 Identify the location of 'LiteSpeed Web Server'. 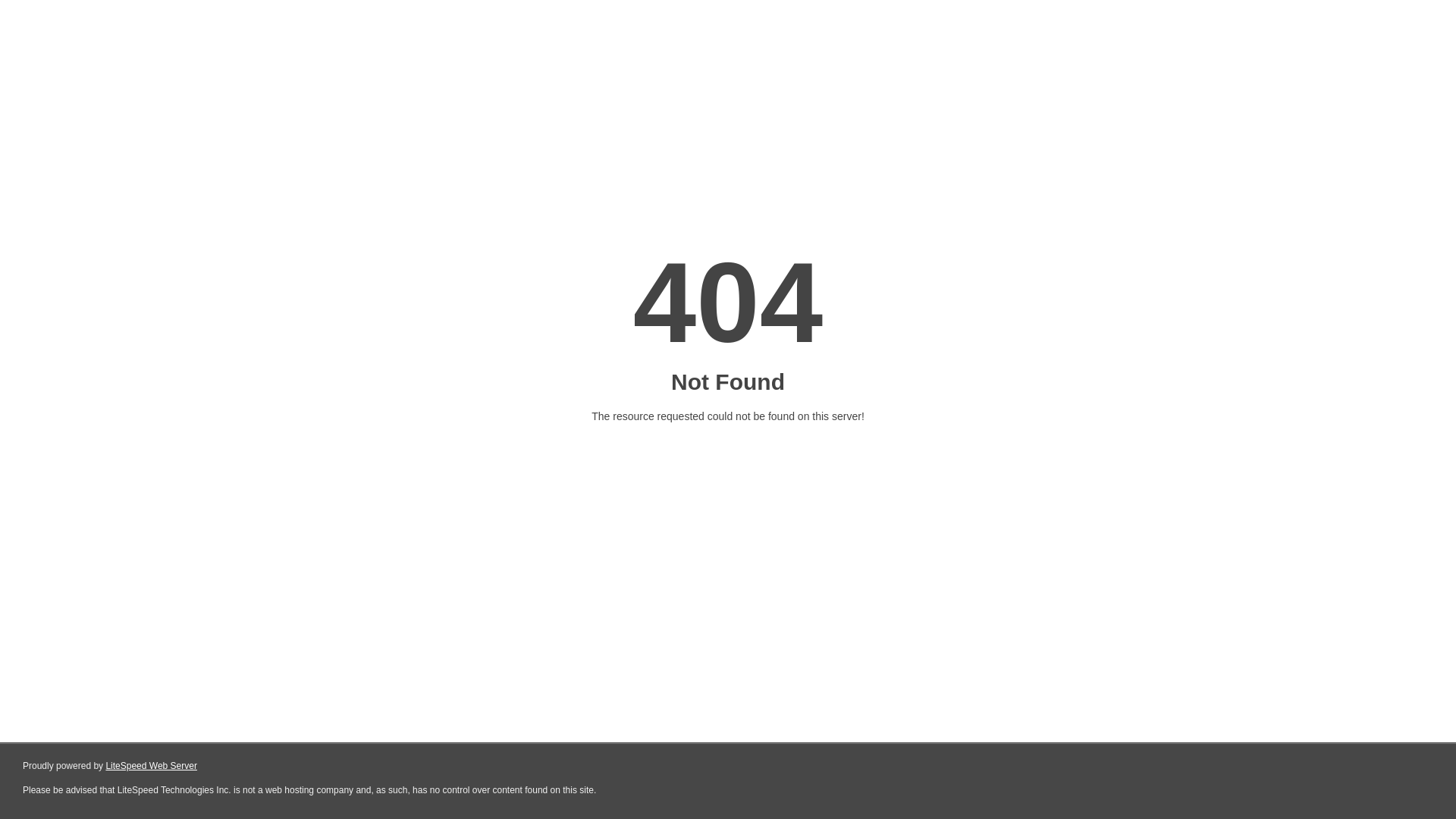
(151, 766).